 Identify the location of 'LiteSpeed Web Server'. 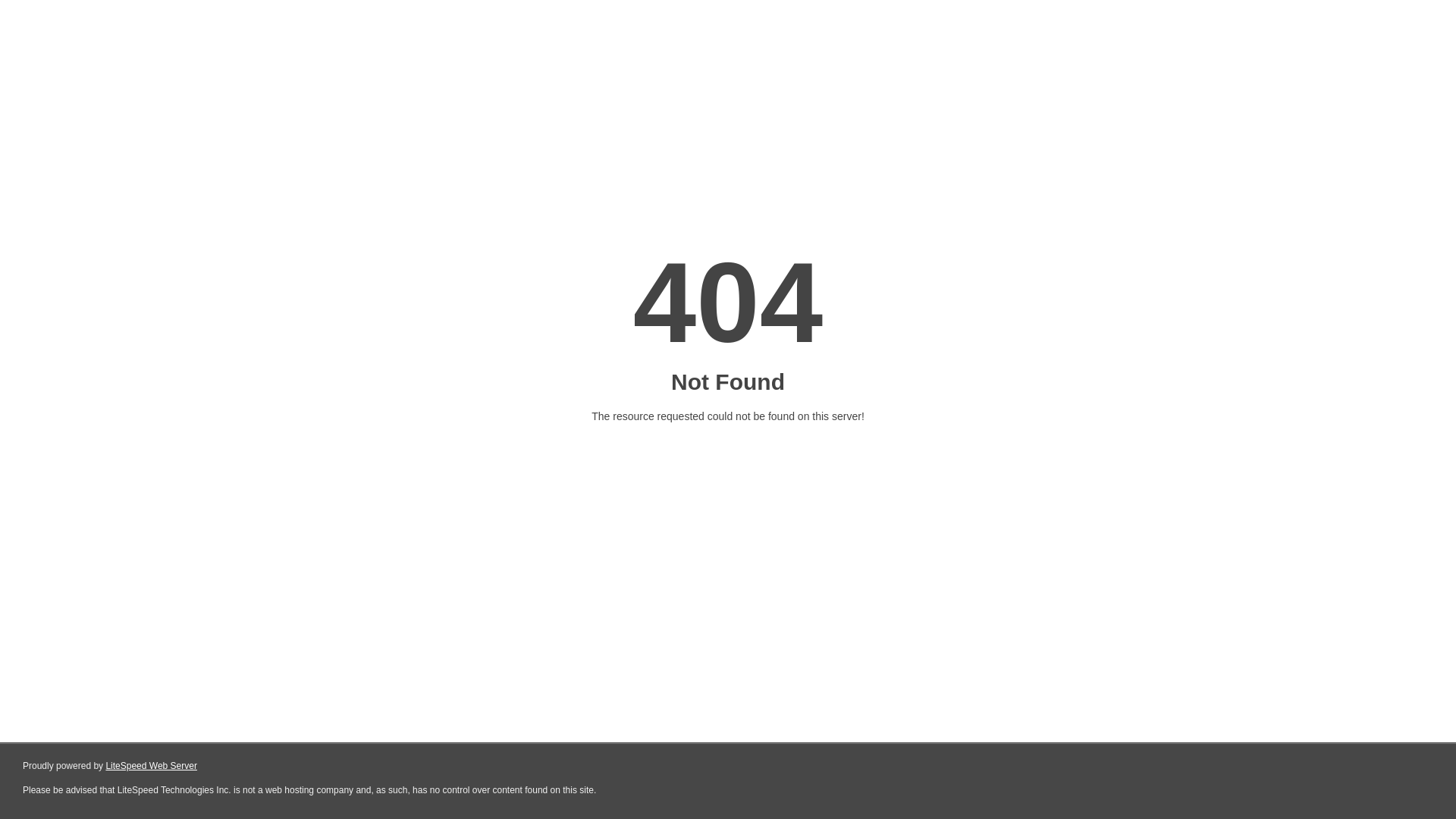
(151, 766).